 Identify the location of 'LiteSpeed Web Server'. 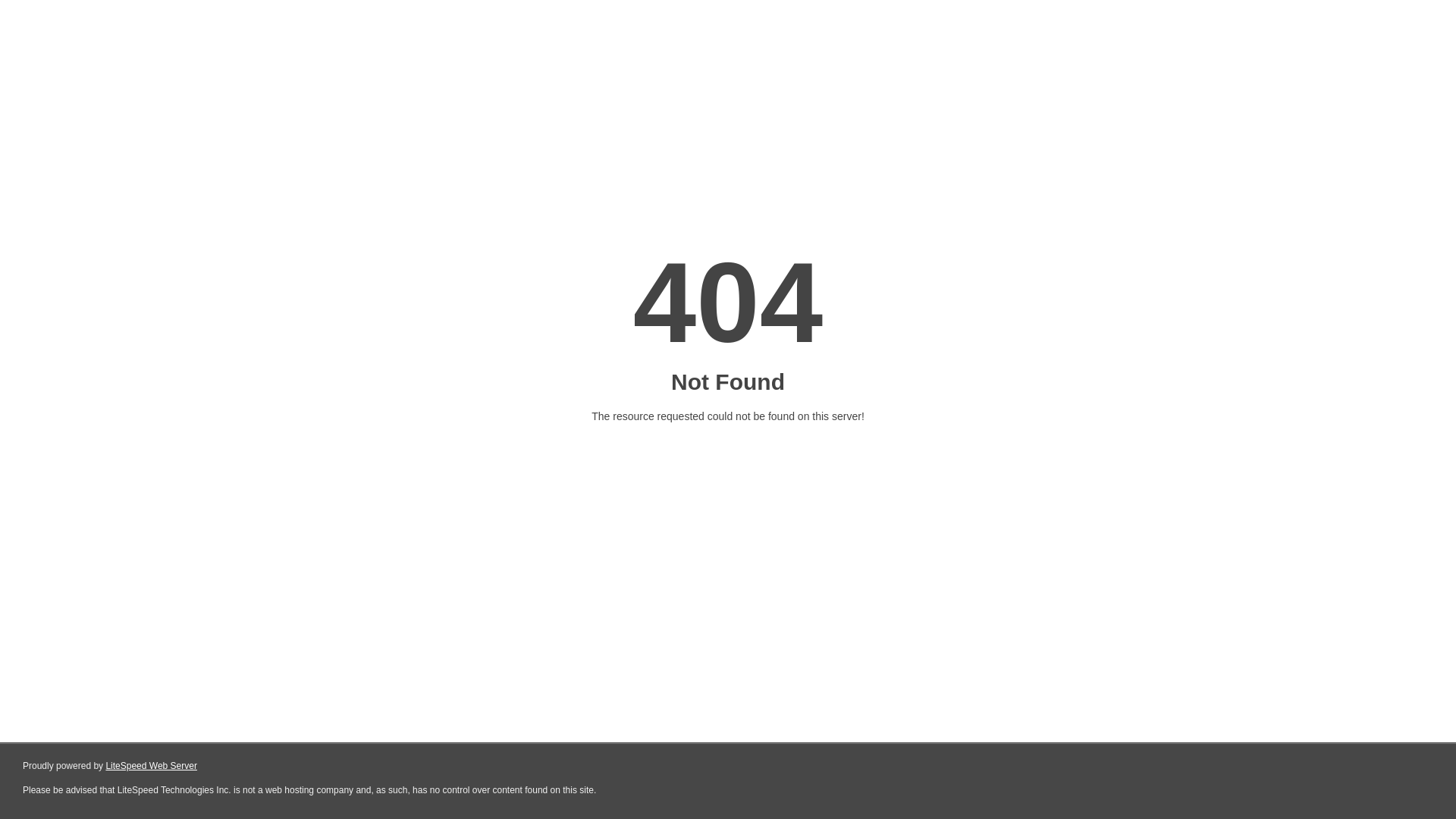
(151, 766).